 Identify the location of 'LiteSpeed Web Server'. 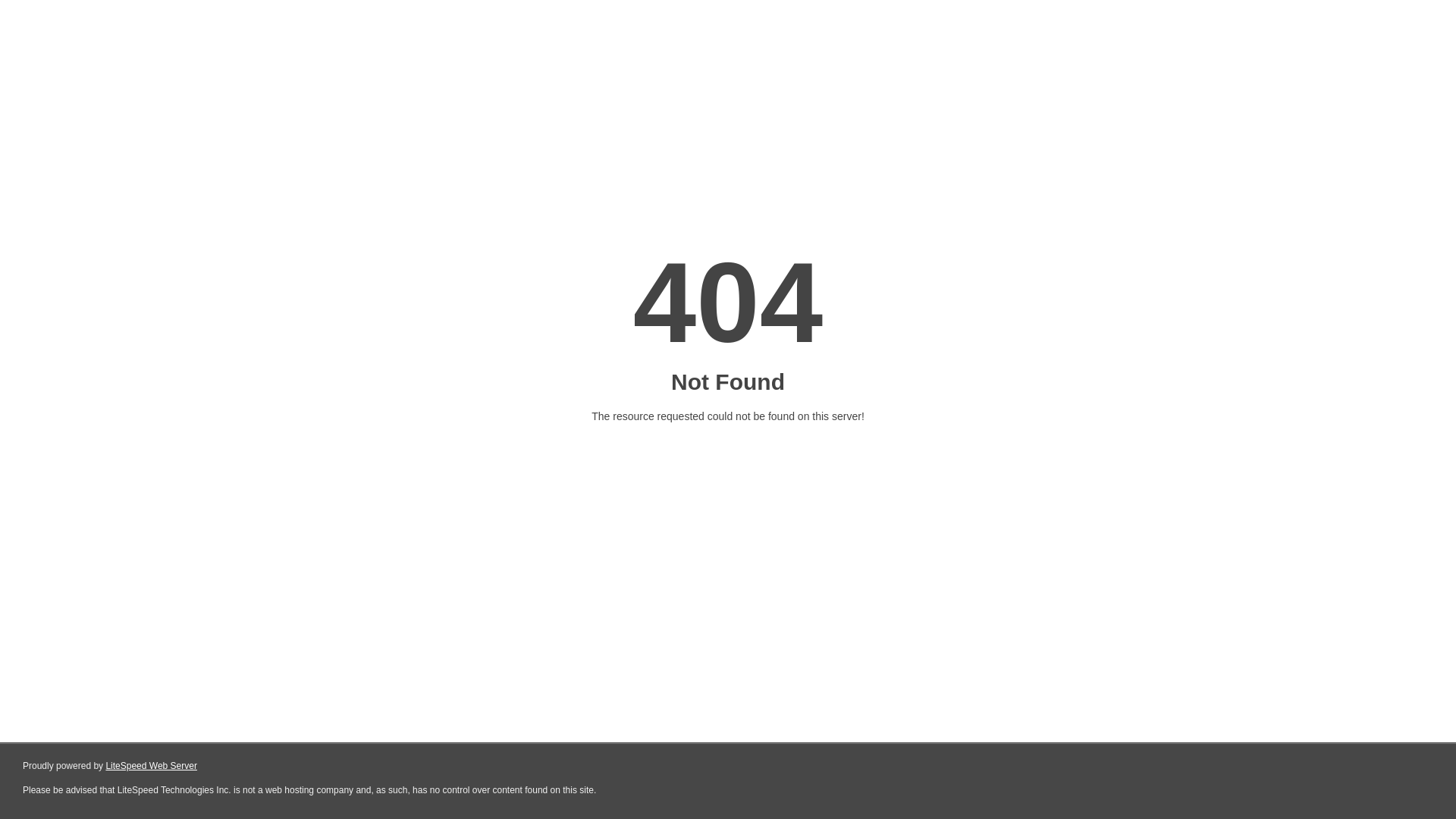
(151, 766).